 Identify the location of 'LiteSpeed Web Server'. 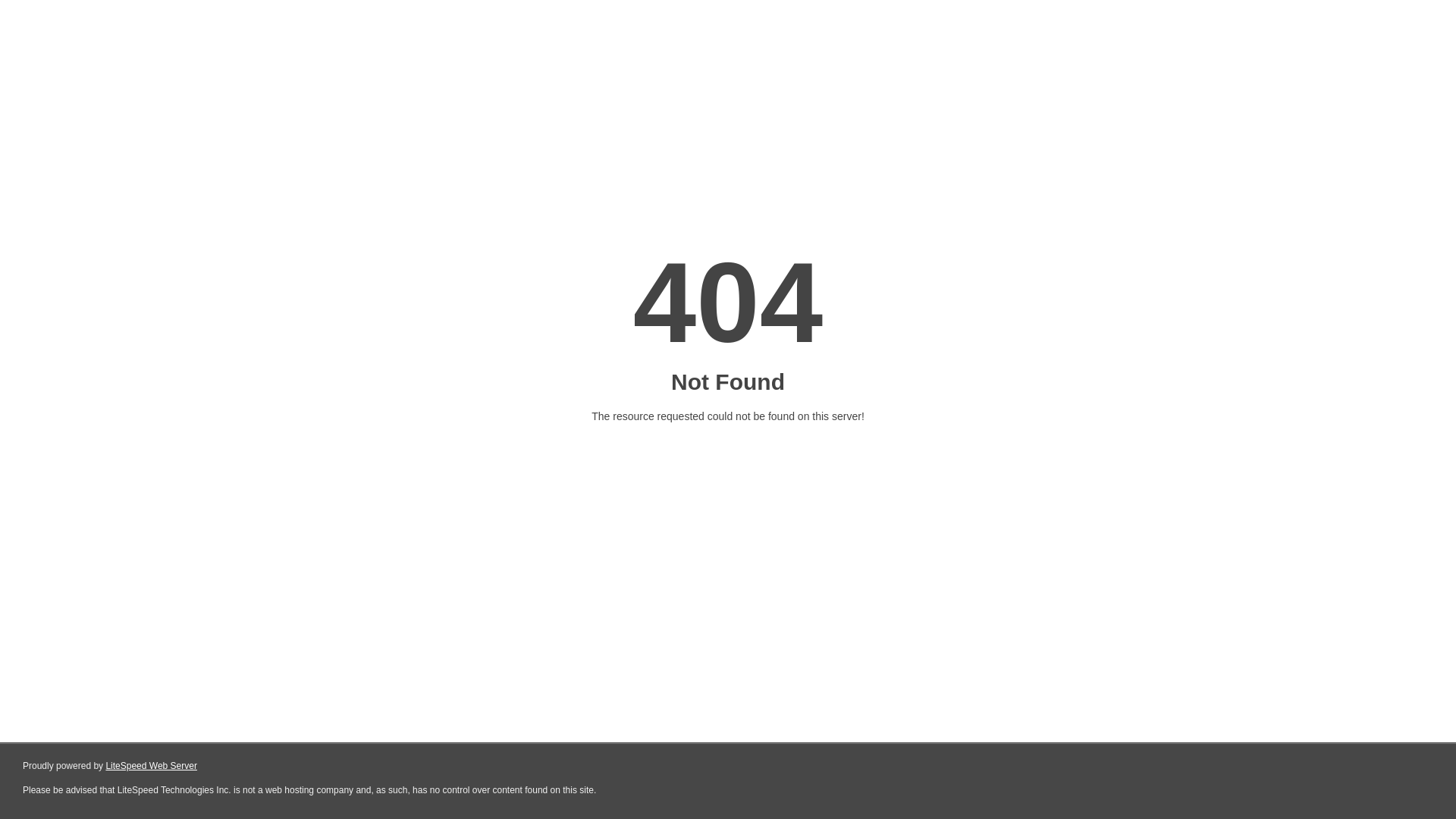
(151, 766).